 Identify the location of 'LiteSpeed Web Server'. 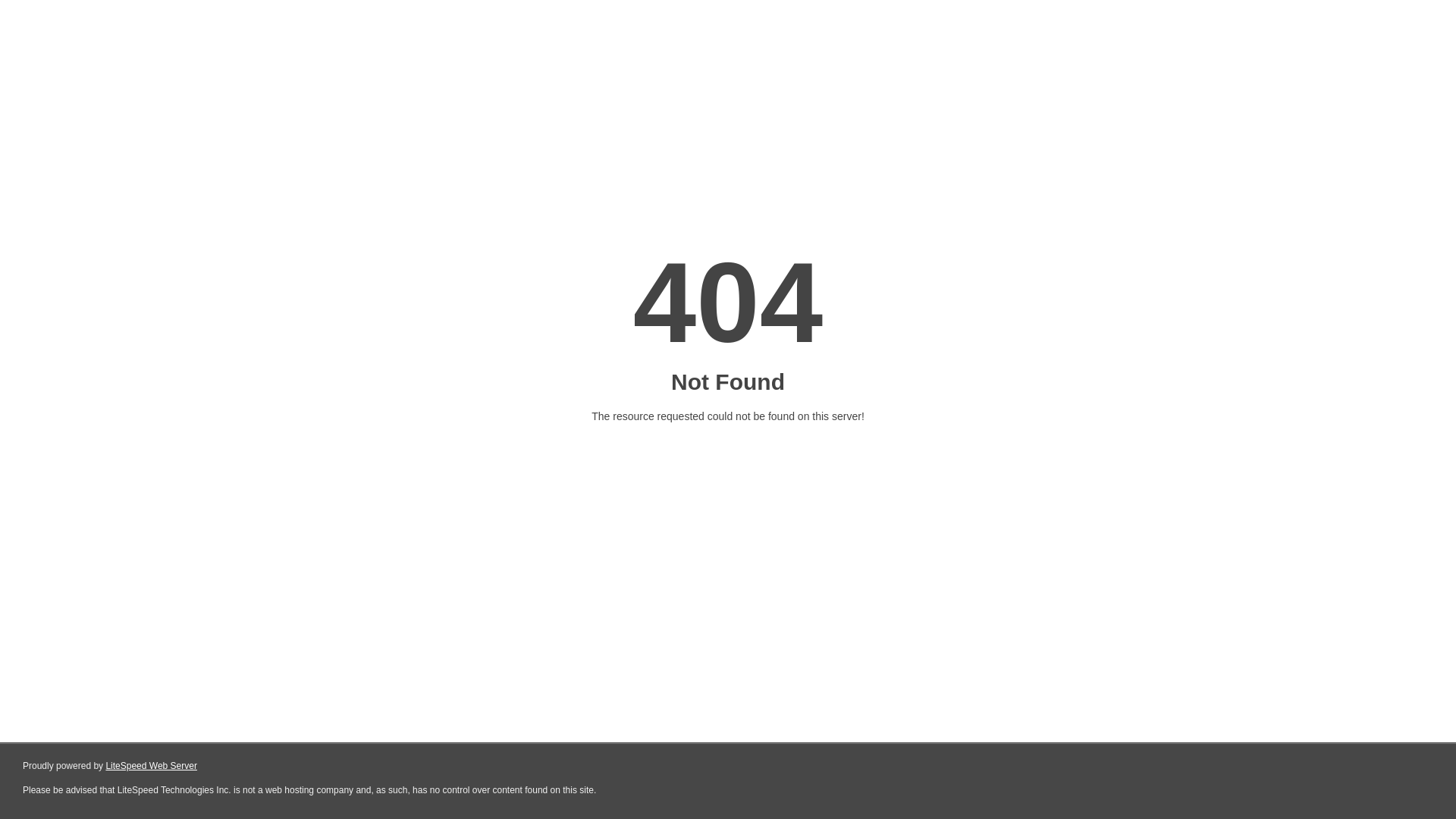
(151, 766).